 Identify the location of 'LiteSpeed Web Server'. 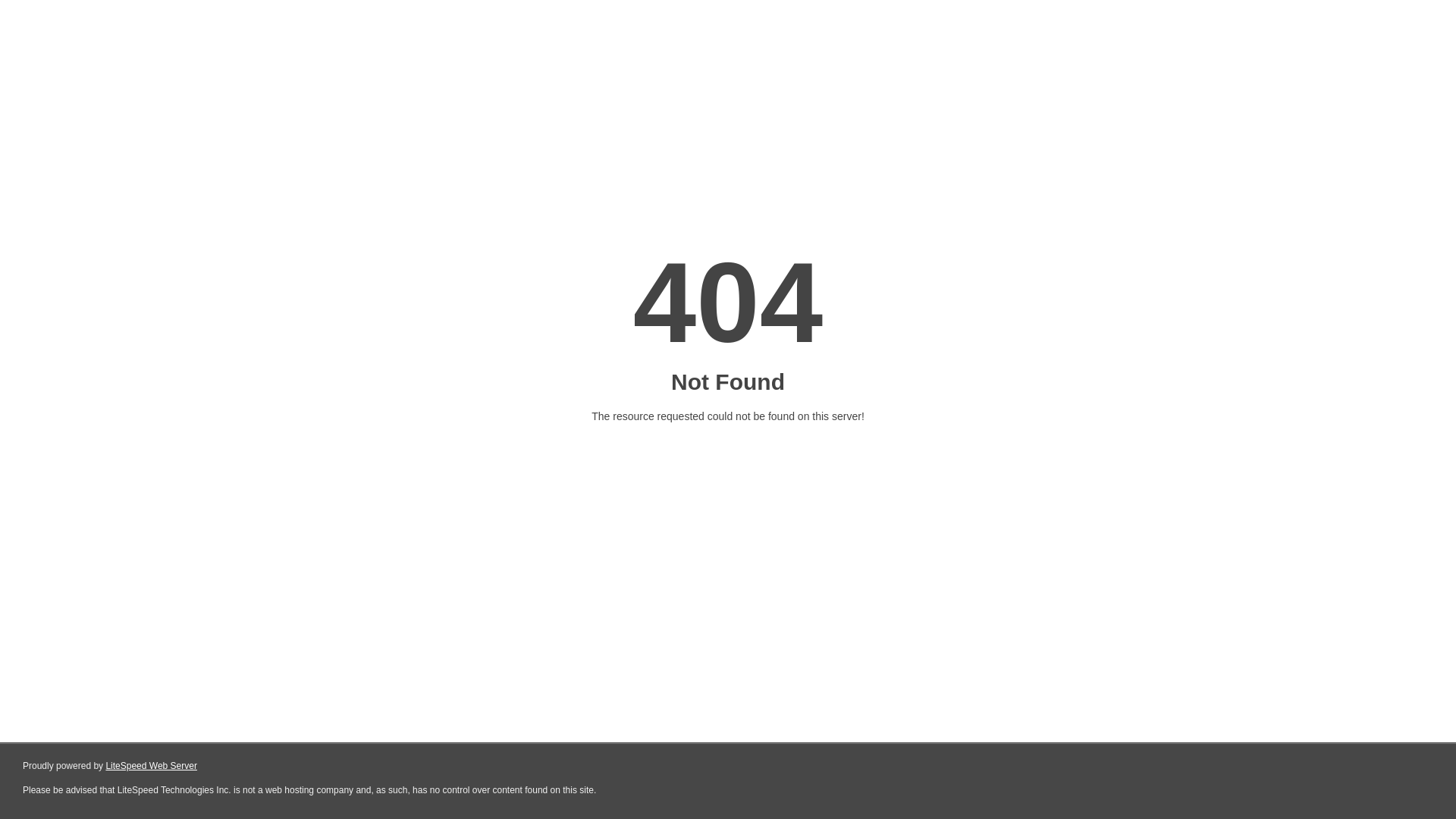
(151, 766).